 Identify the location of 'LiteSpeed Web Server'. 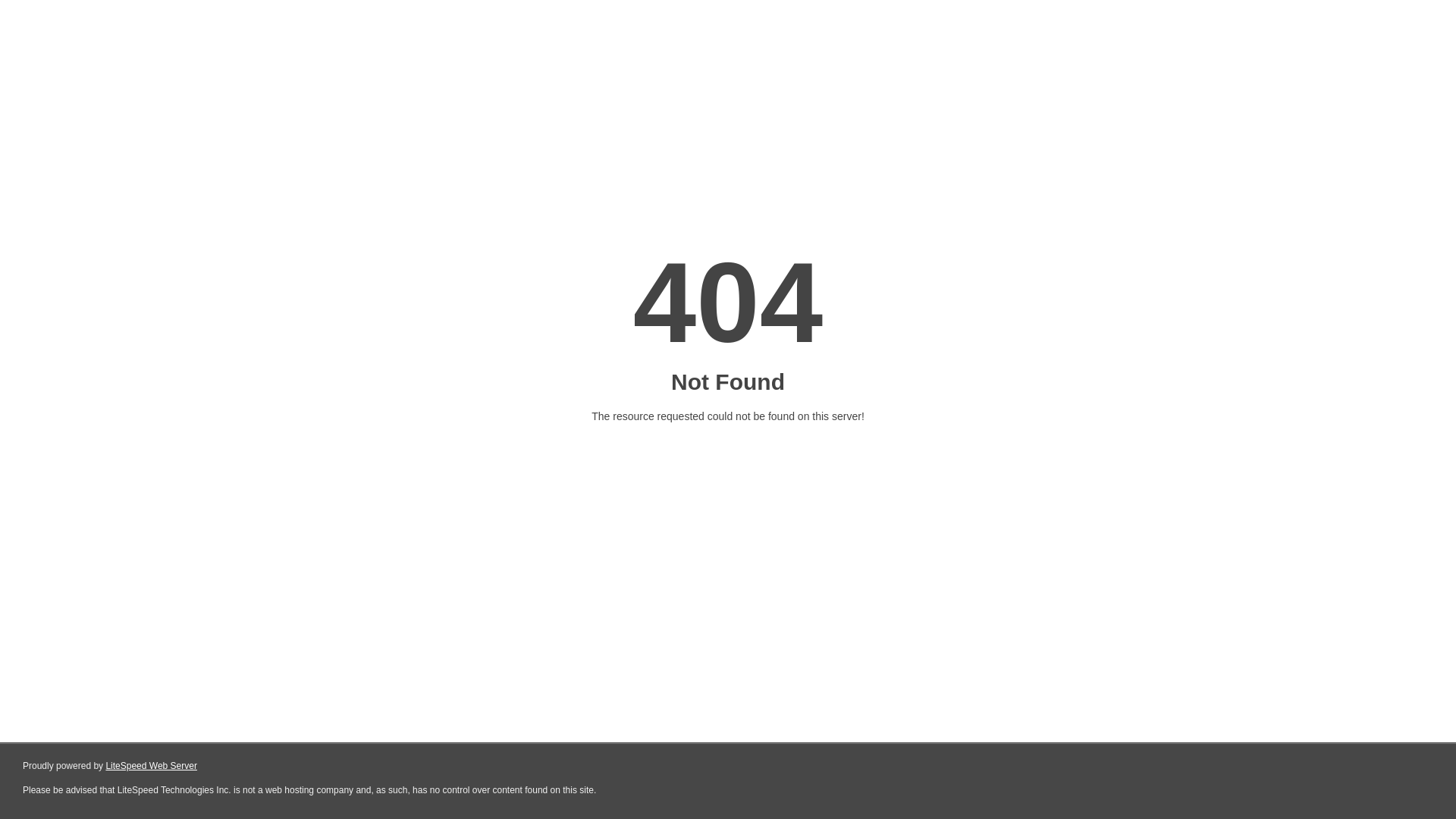
(151, 766).